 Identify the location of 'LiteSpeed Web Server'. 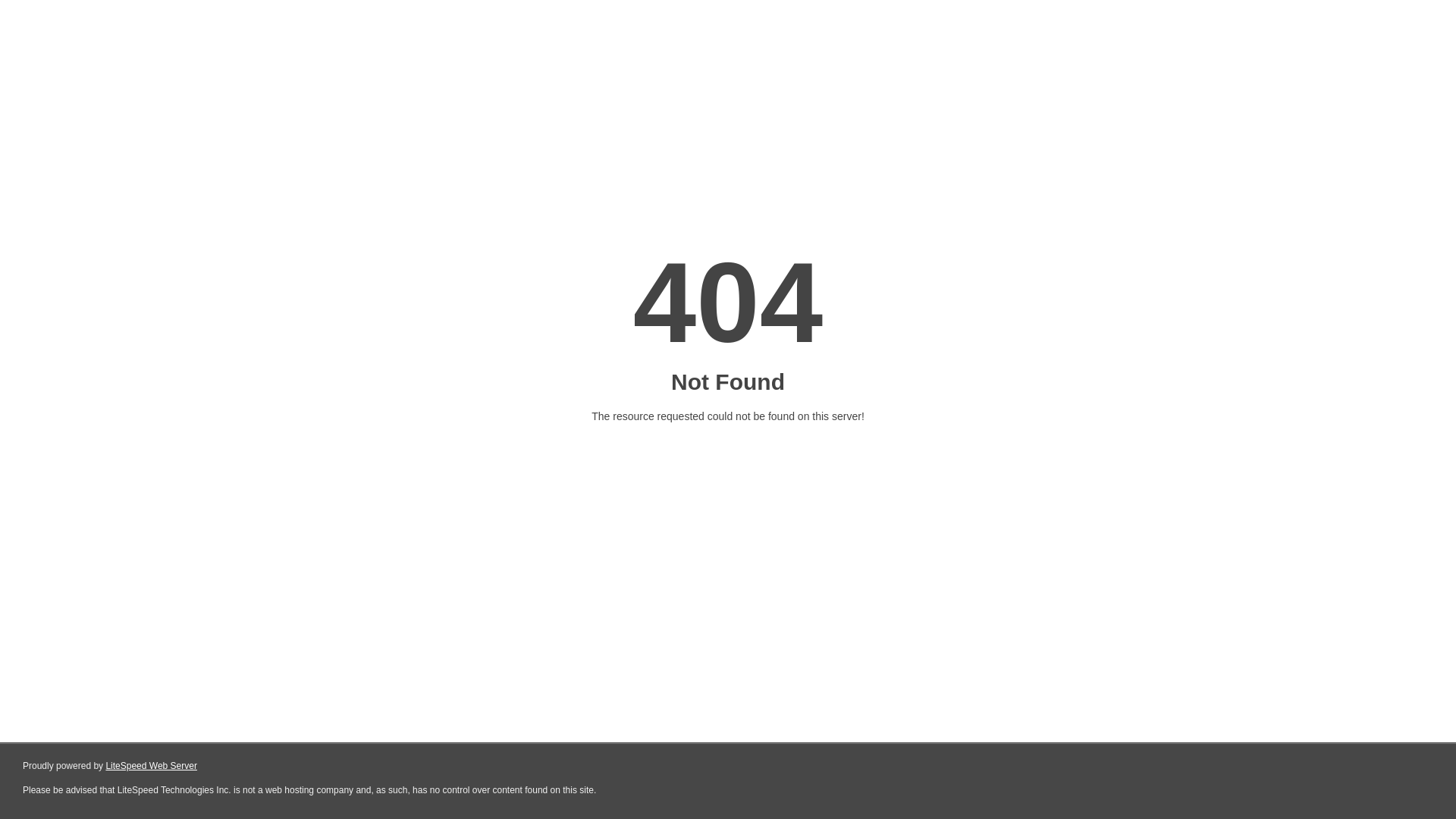
(151, 766).